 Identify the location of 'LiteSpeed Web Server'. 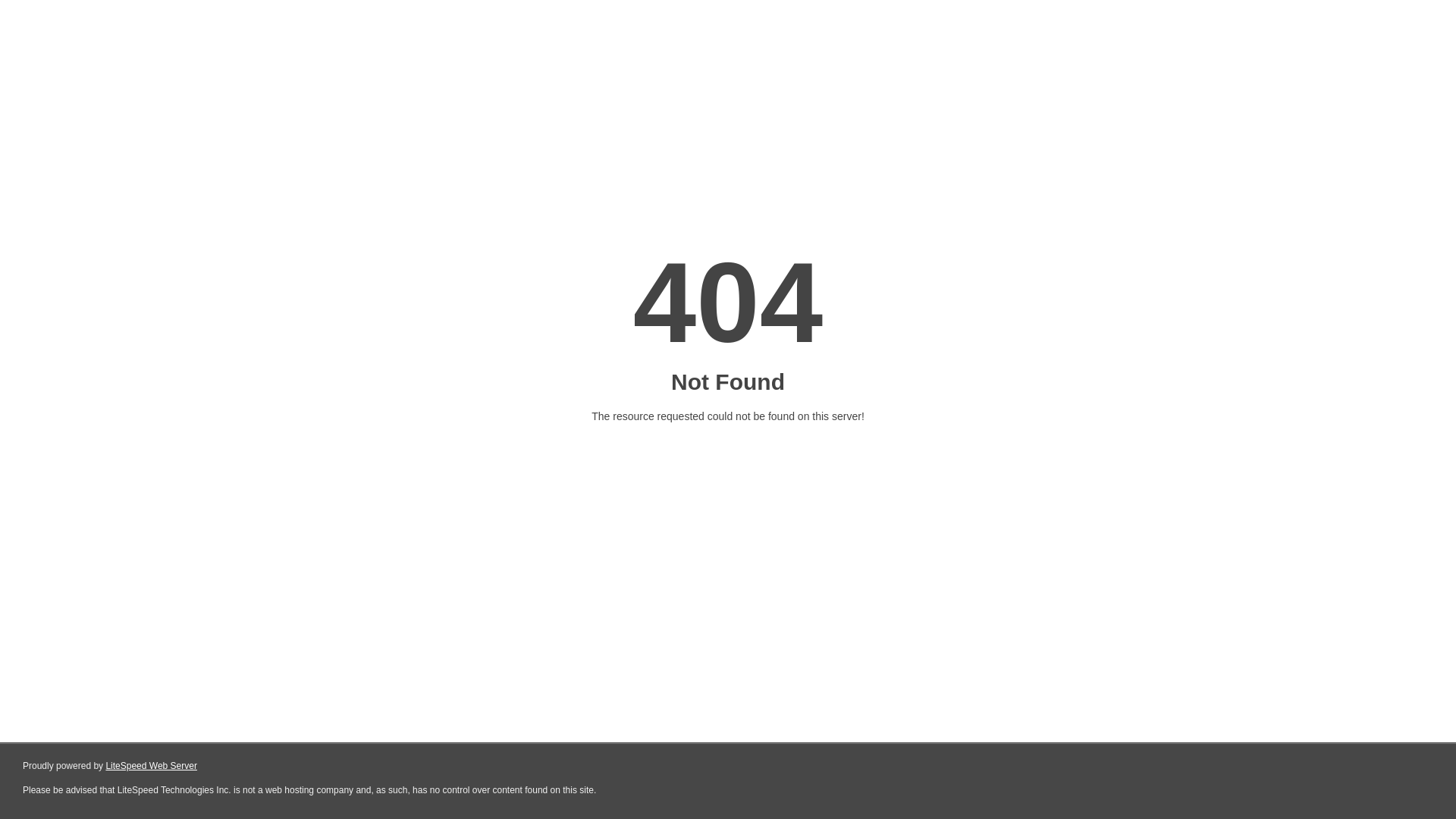
(151, 766).